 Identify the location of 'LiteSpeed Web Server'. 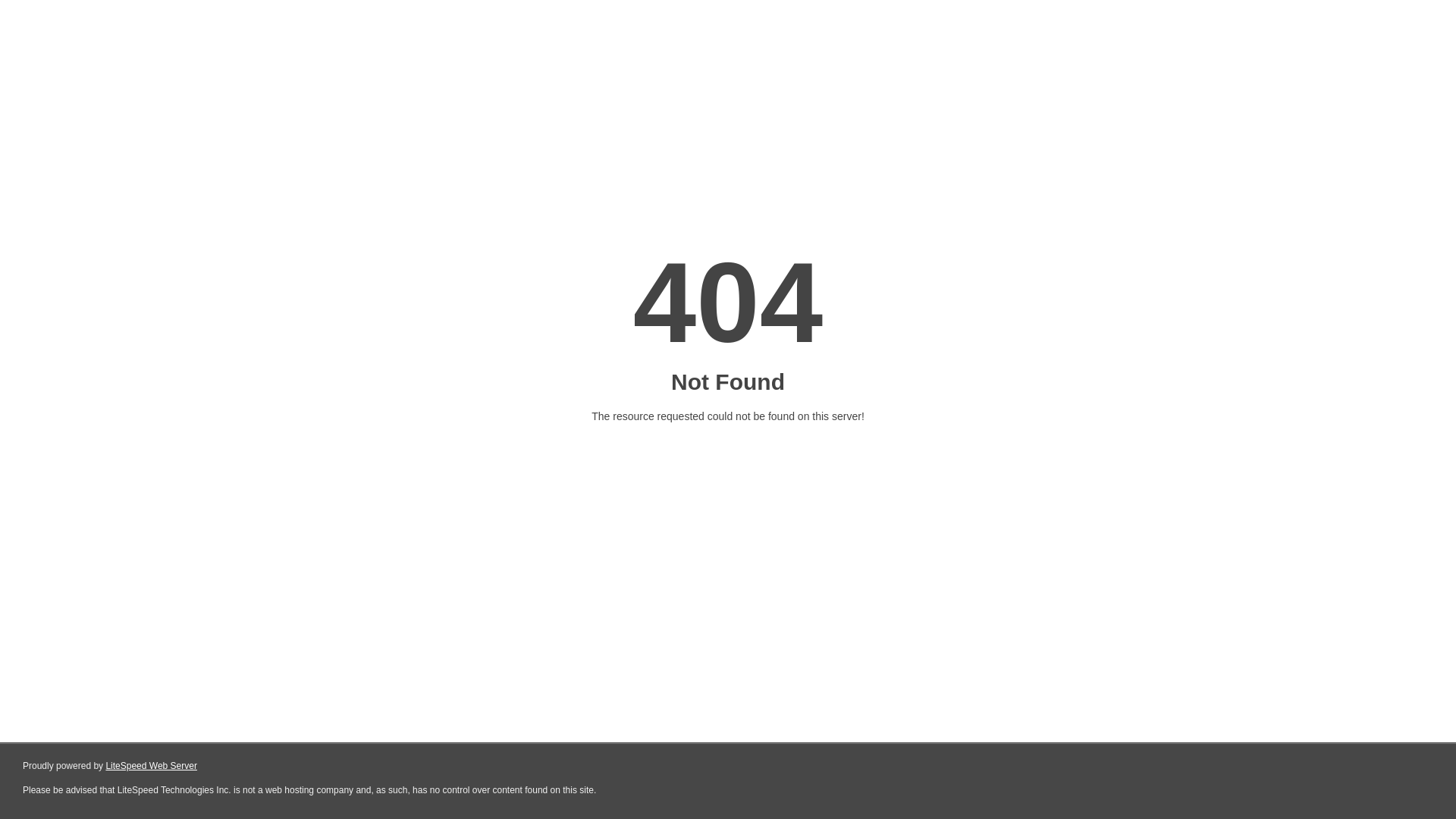
(151, 766).